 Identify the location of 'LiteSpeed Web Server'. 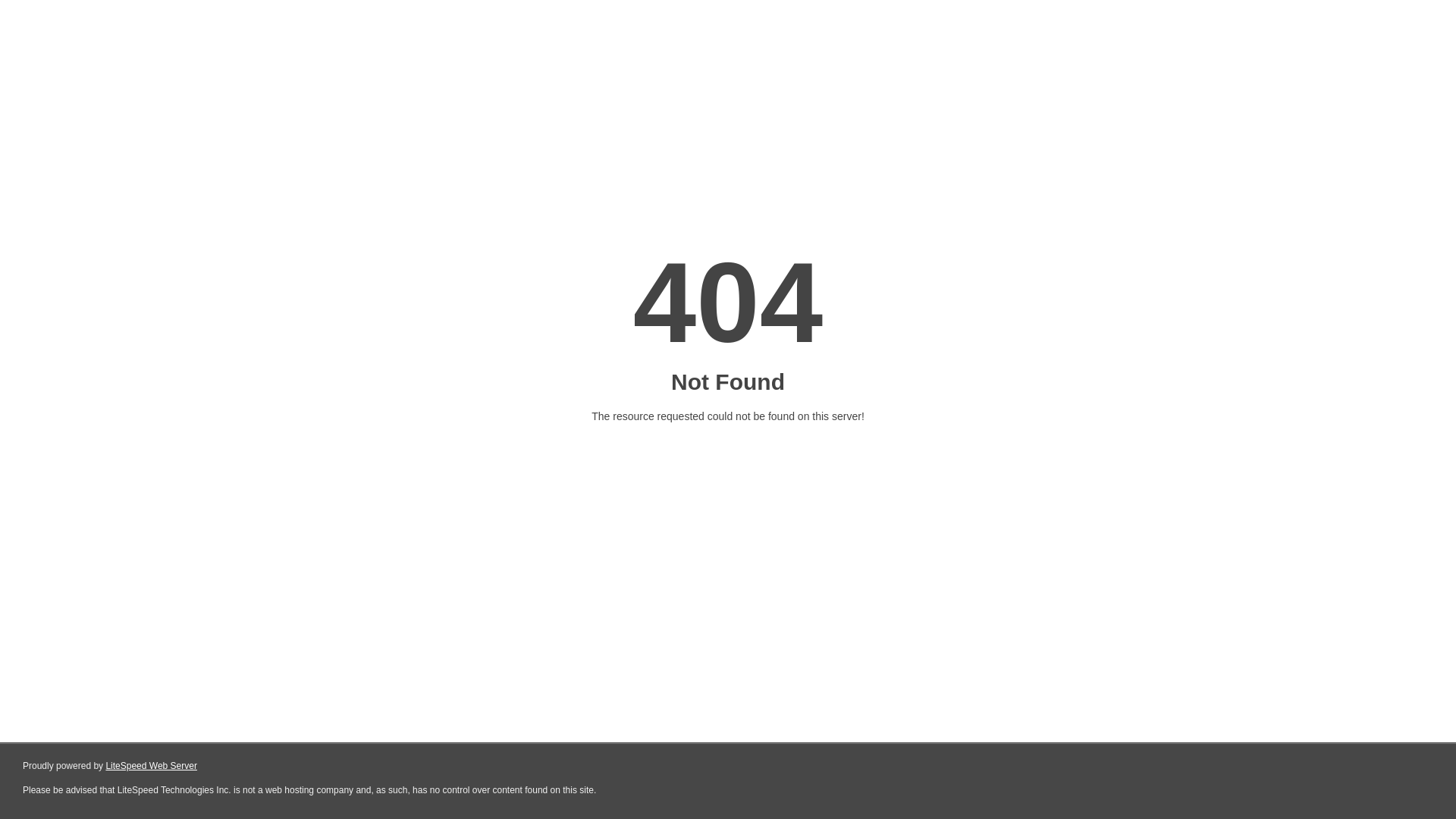
(151, 766).